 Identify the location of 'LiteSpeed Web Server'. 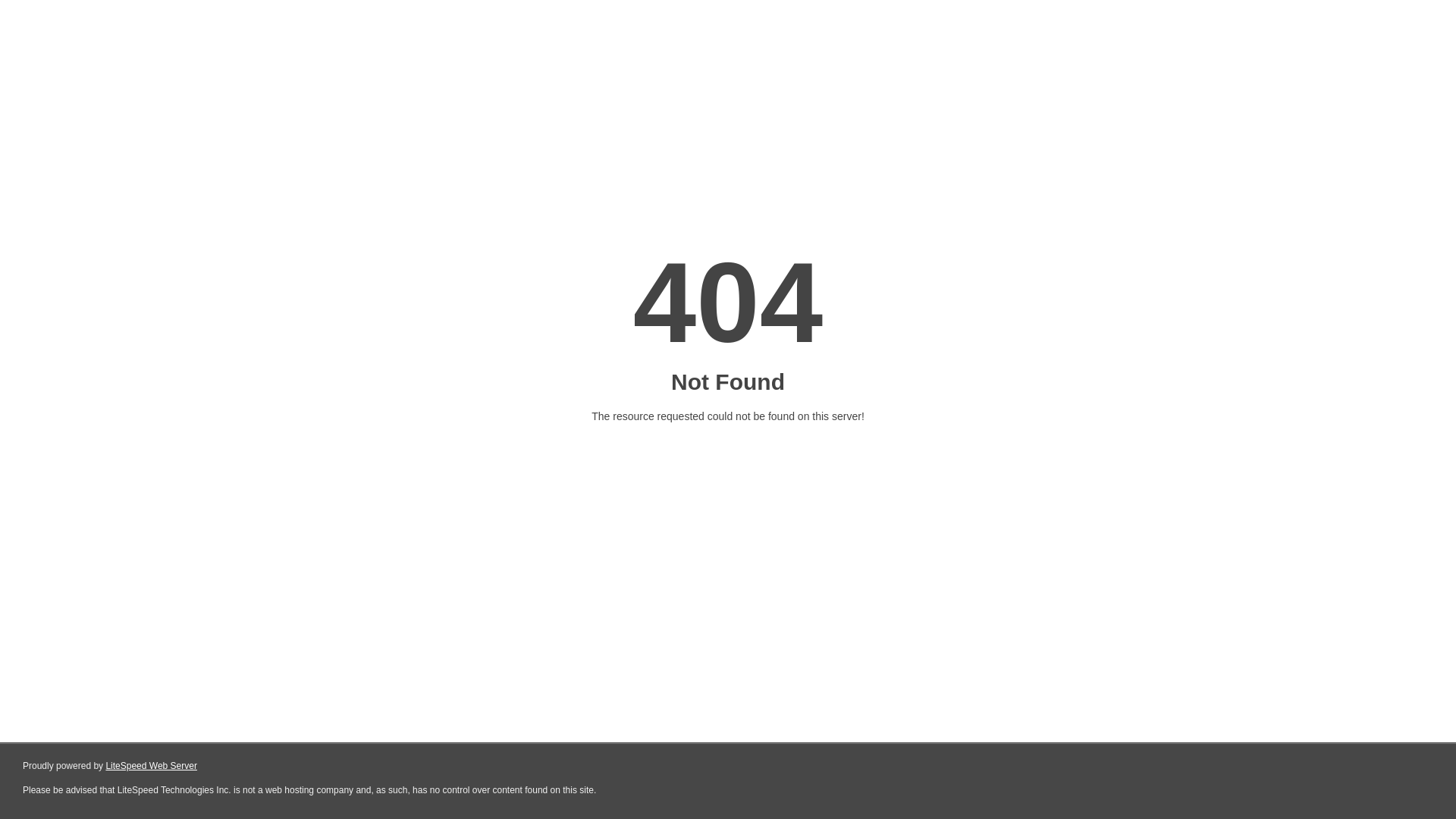
(151, 766).